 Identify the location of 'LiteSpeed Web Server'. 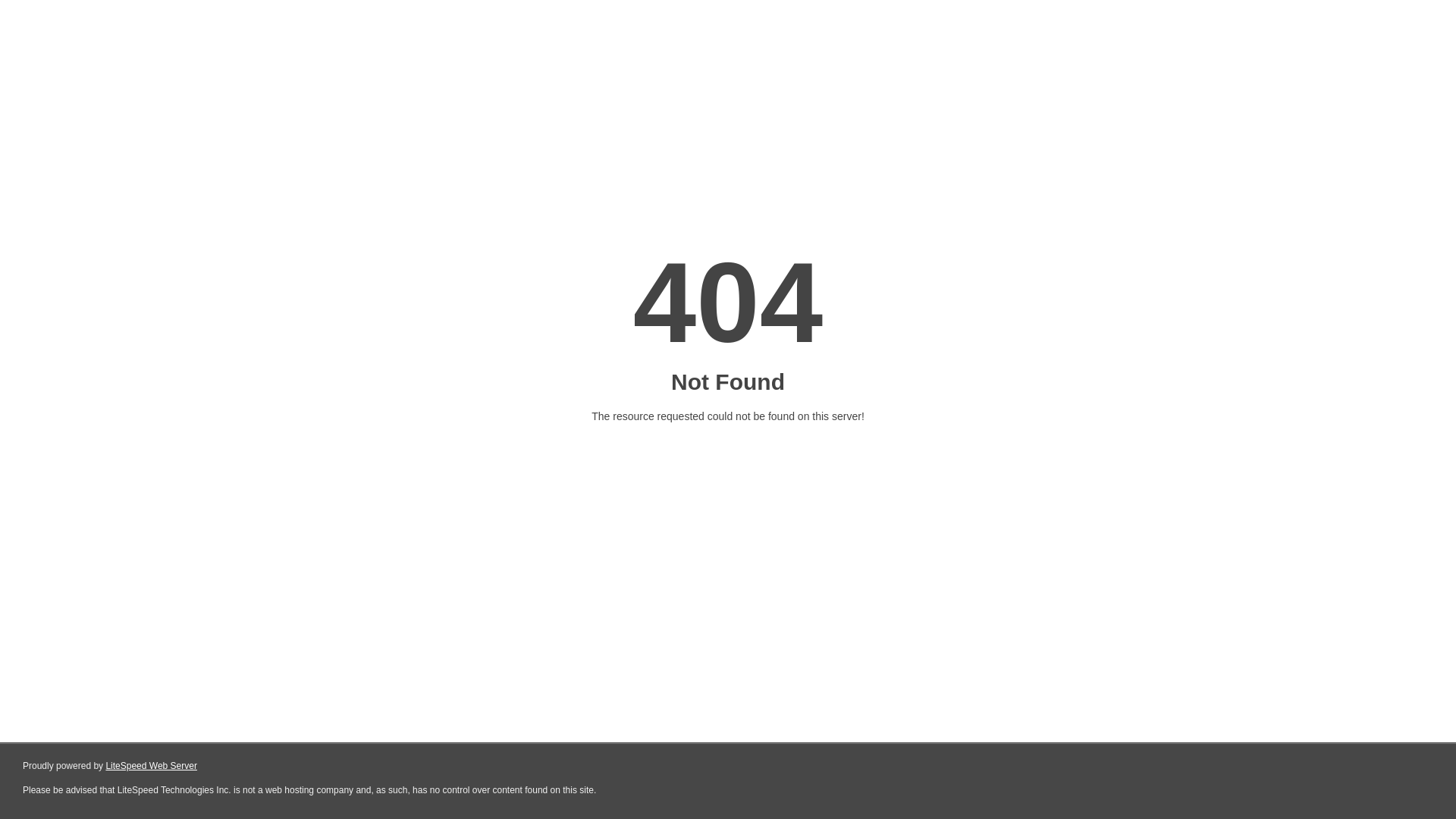
(151, 766).